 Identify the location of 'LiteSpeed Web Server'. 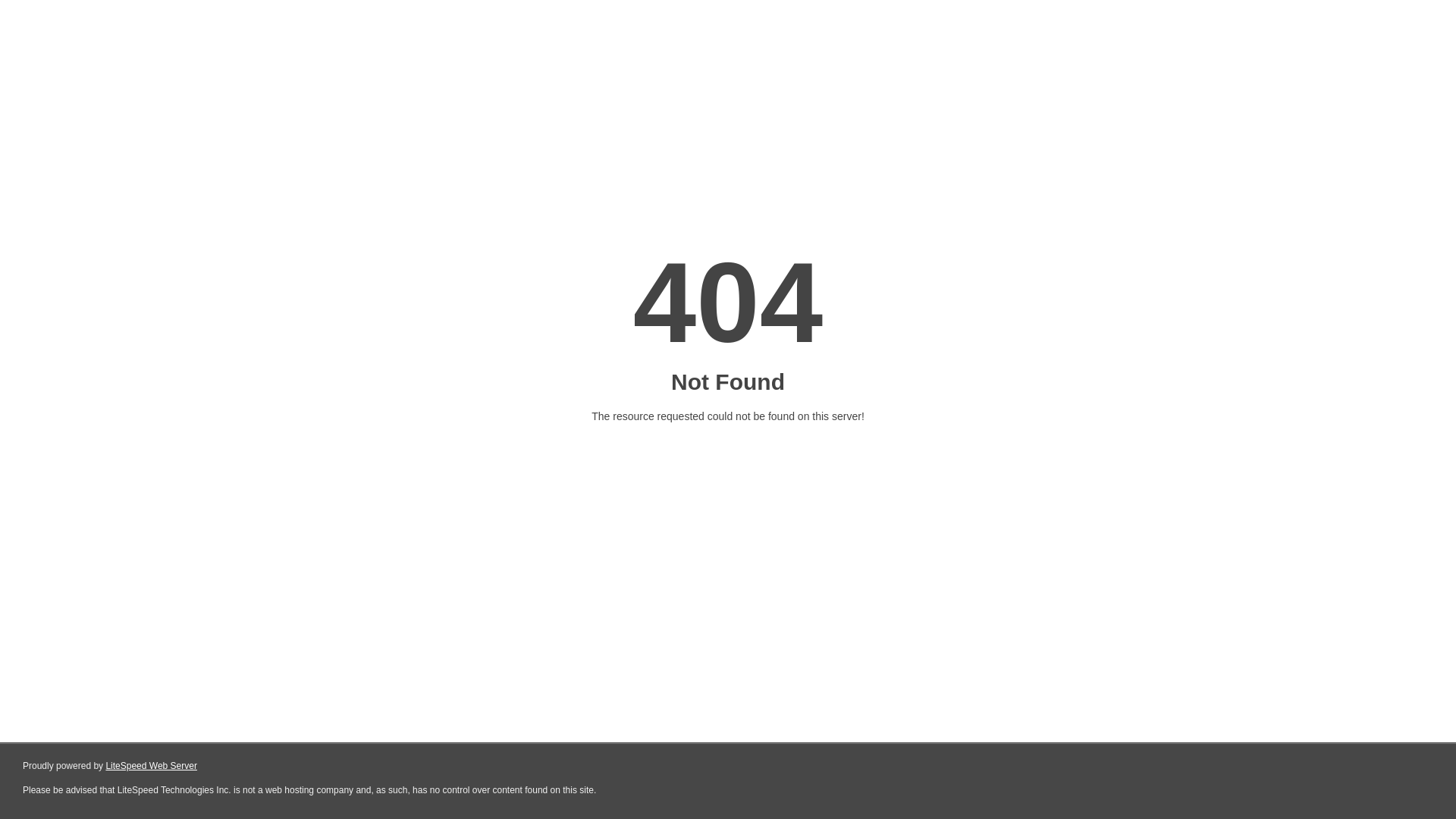
(151, 766).